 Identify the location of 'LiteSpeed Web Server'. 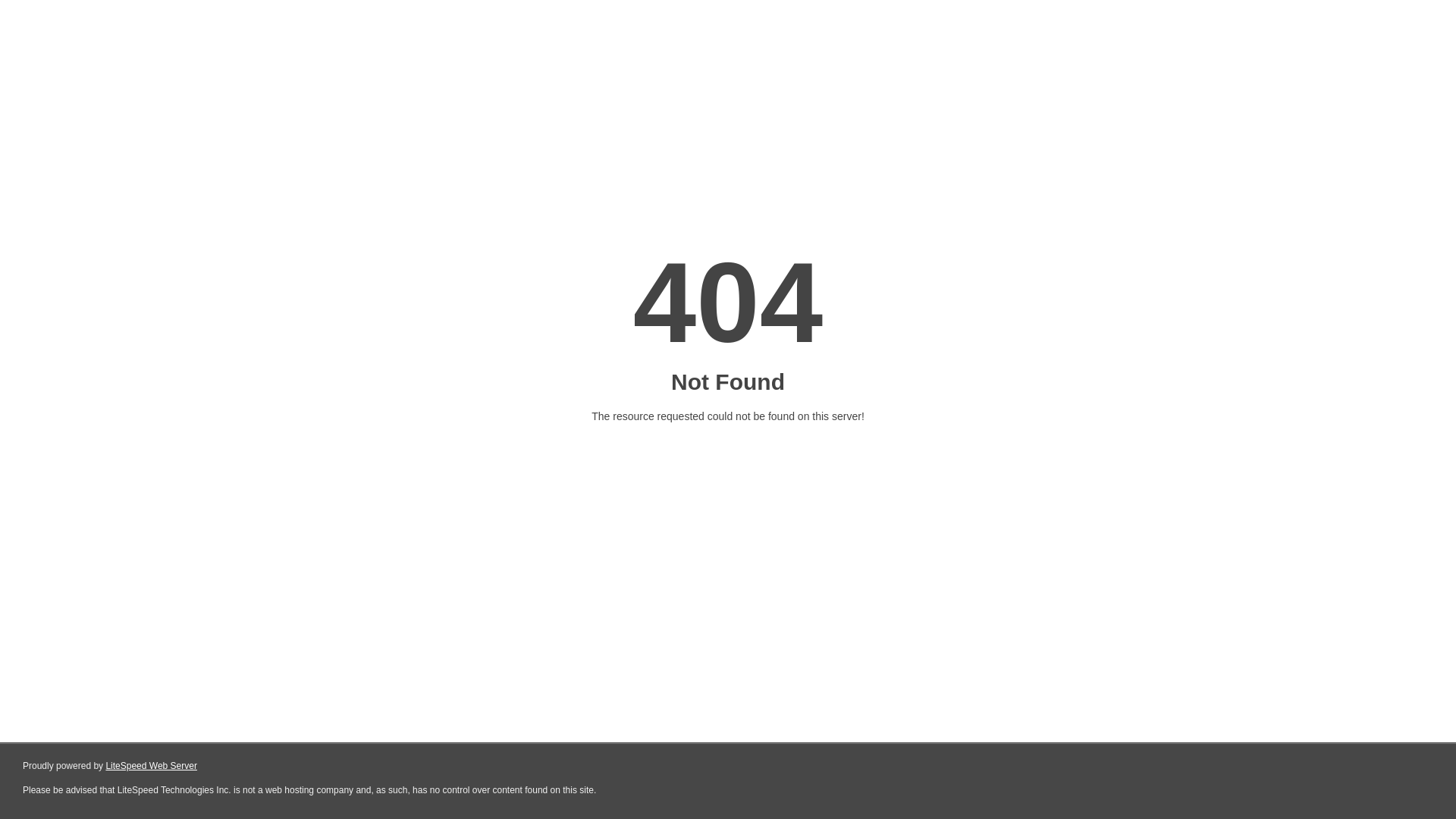
(151, 766).